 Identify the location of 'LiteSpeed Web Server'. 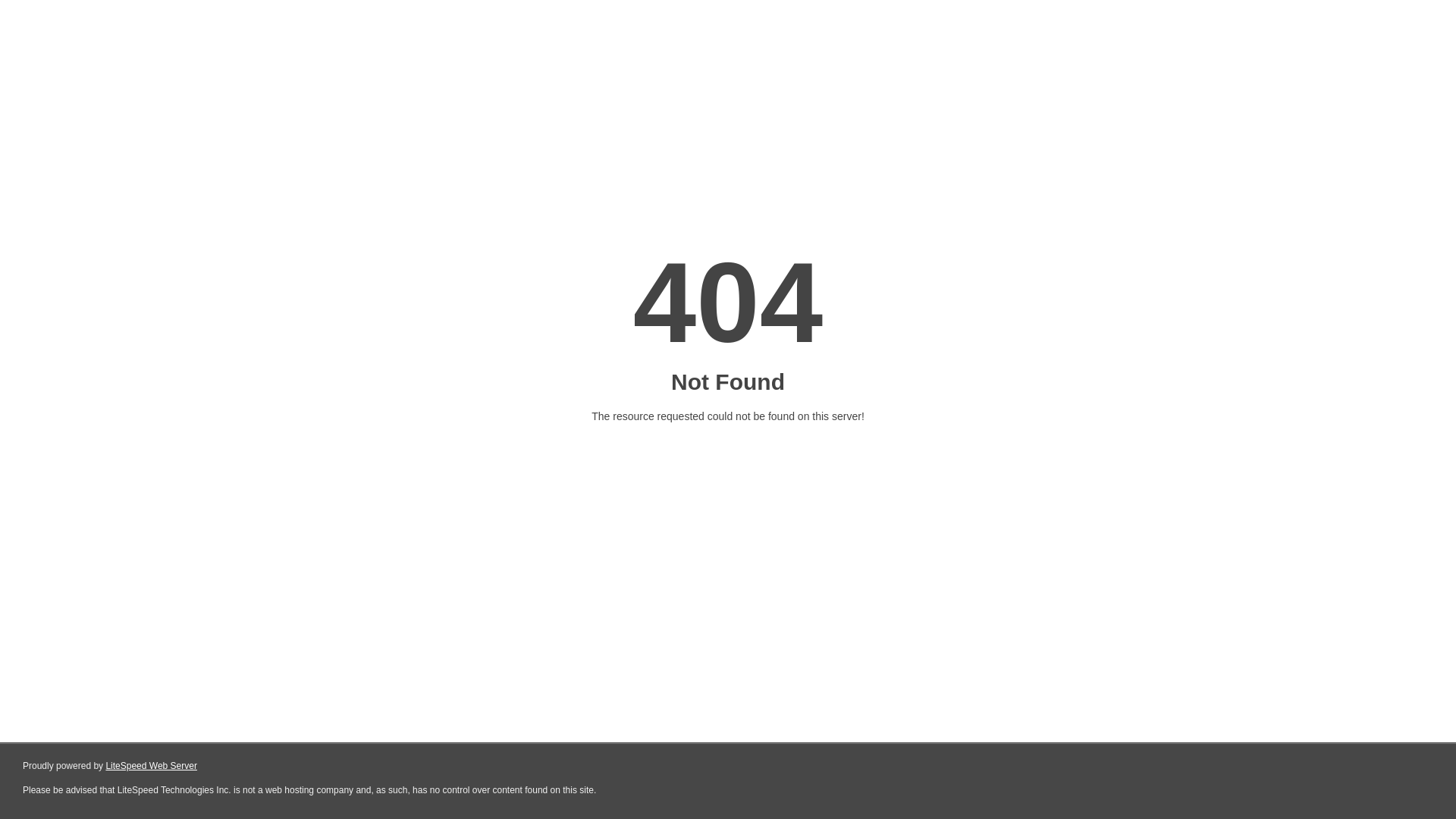
(151, 766).